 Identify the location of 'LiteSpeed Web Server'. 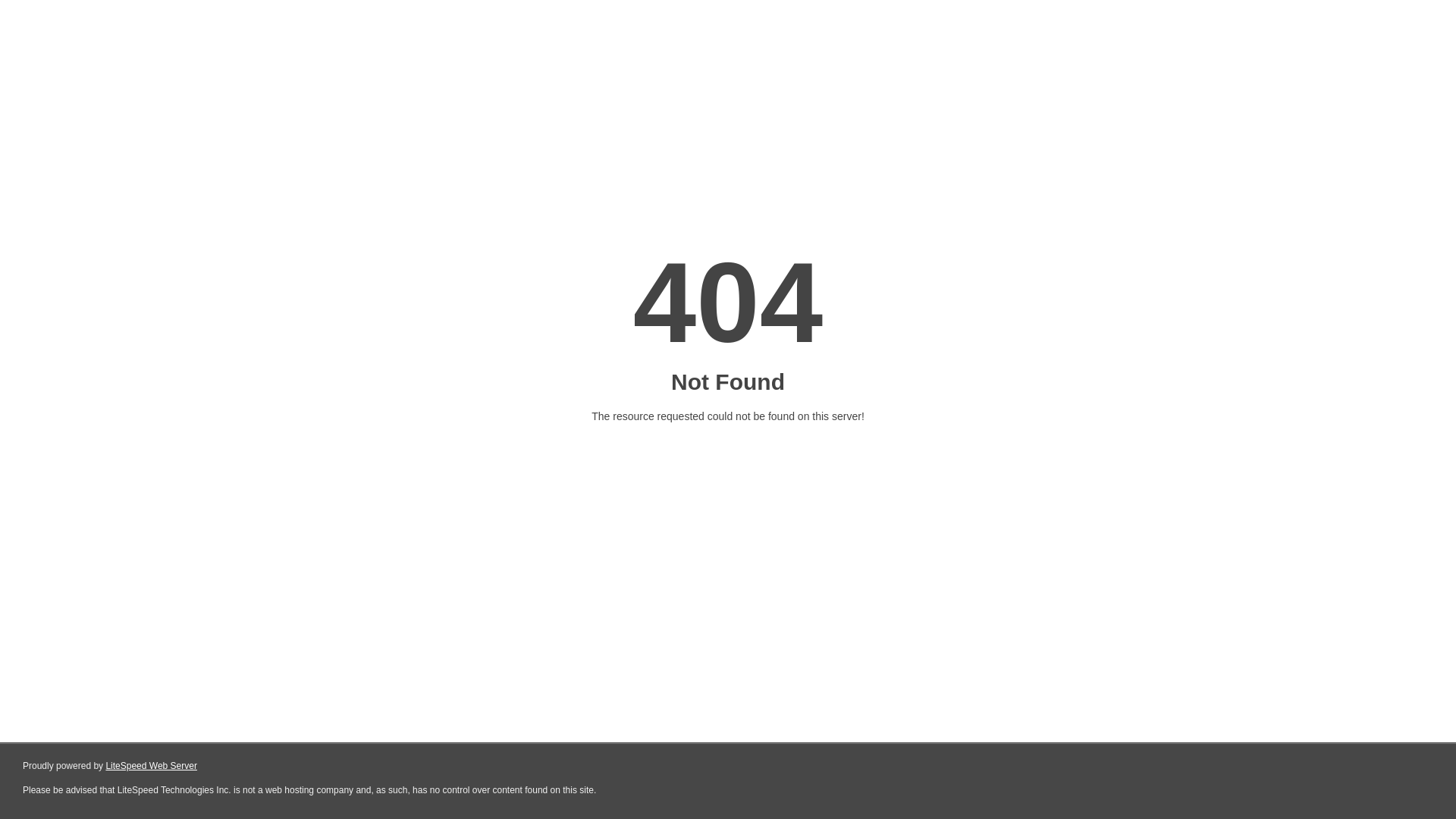
(151, 766).